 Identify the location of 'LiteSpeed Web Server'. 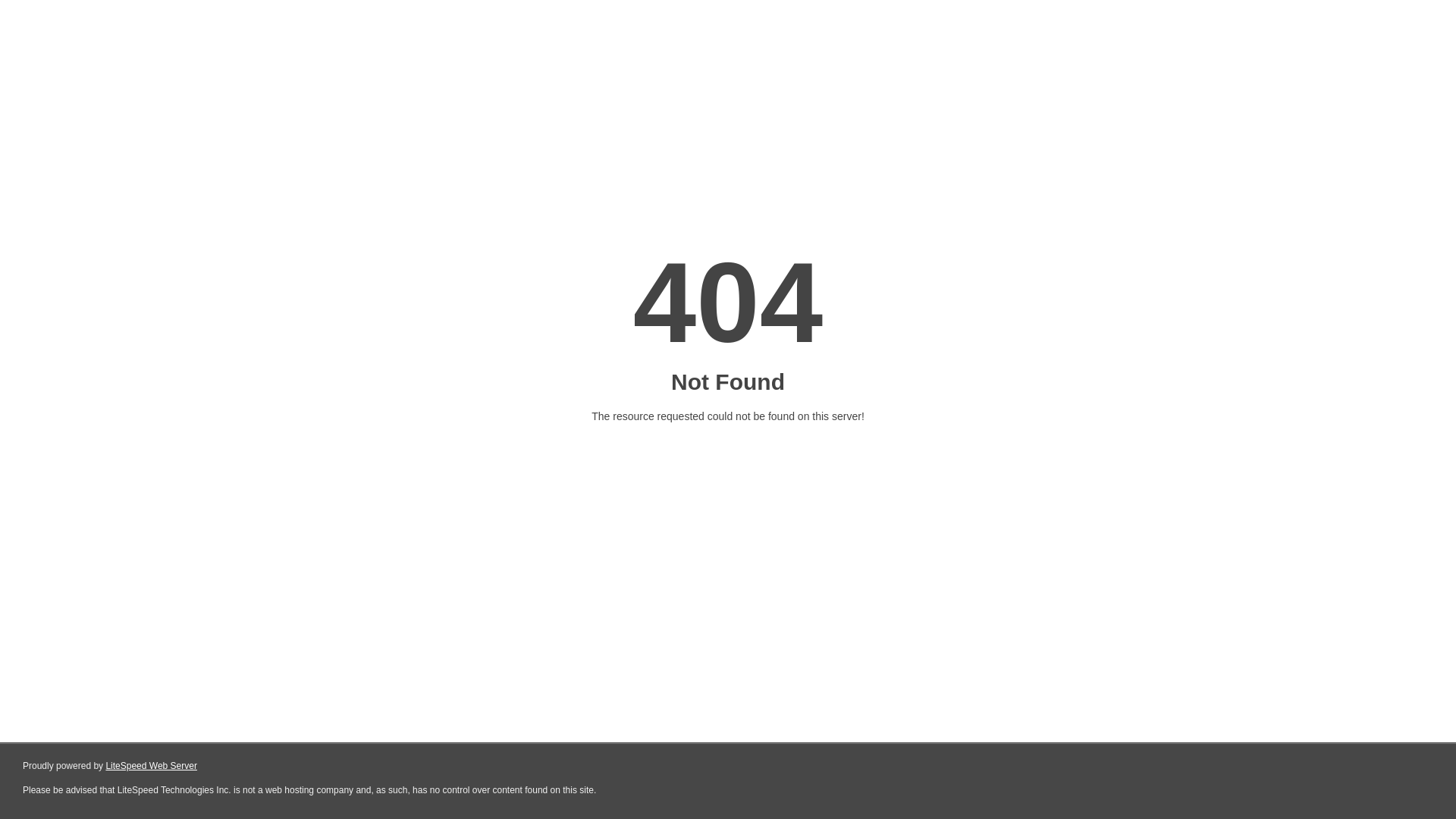
(151, 766).